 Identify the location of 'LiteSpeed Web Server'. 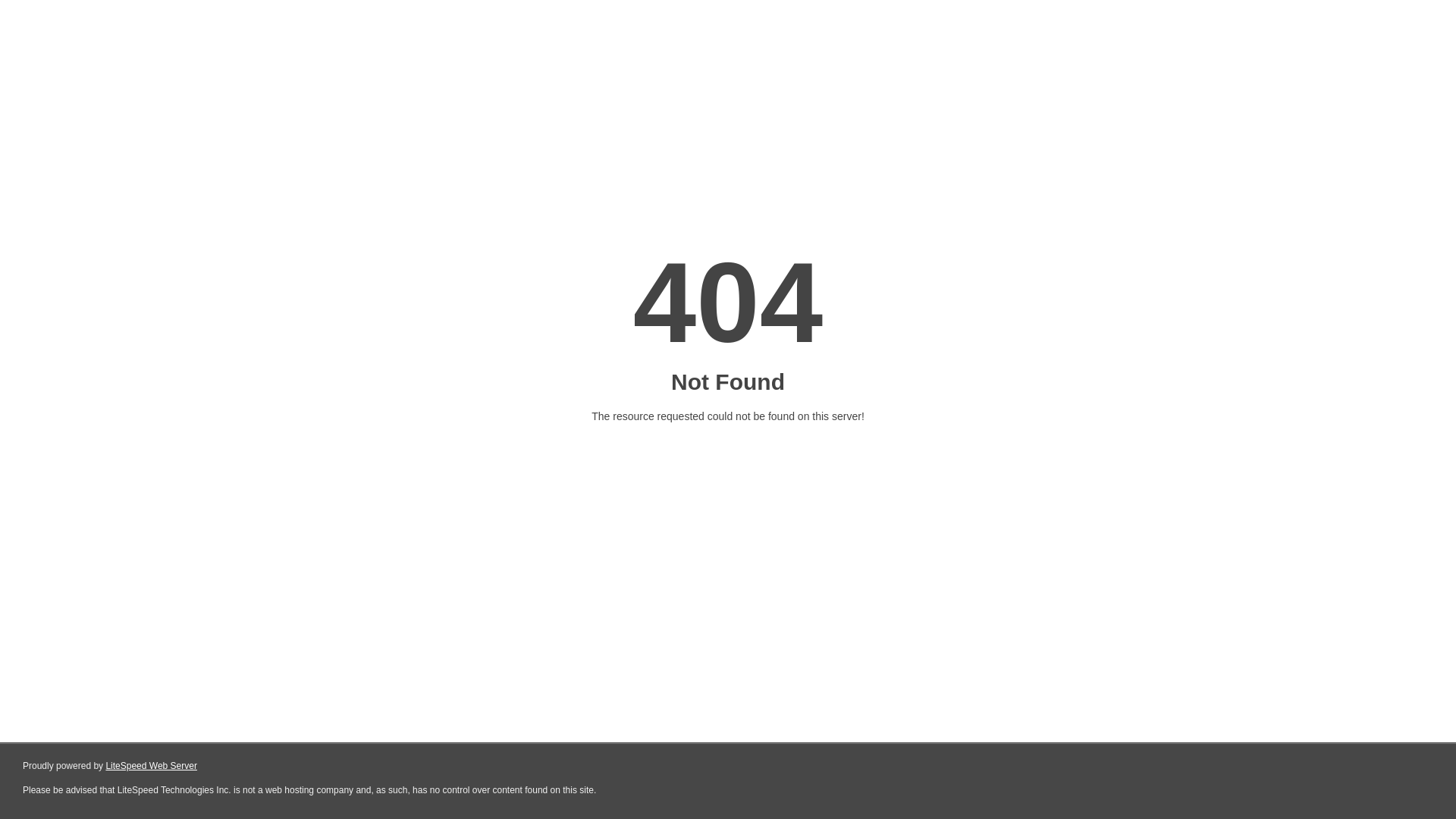
(151, 766).